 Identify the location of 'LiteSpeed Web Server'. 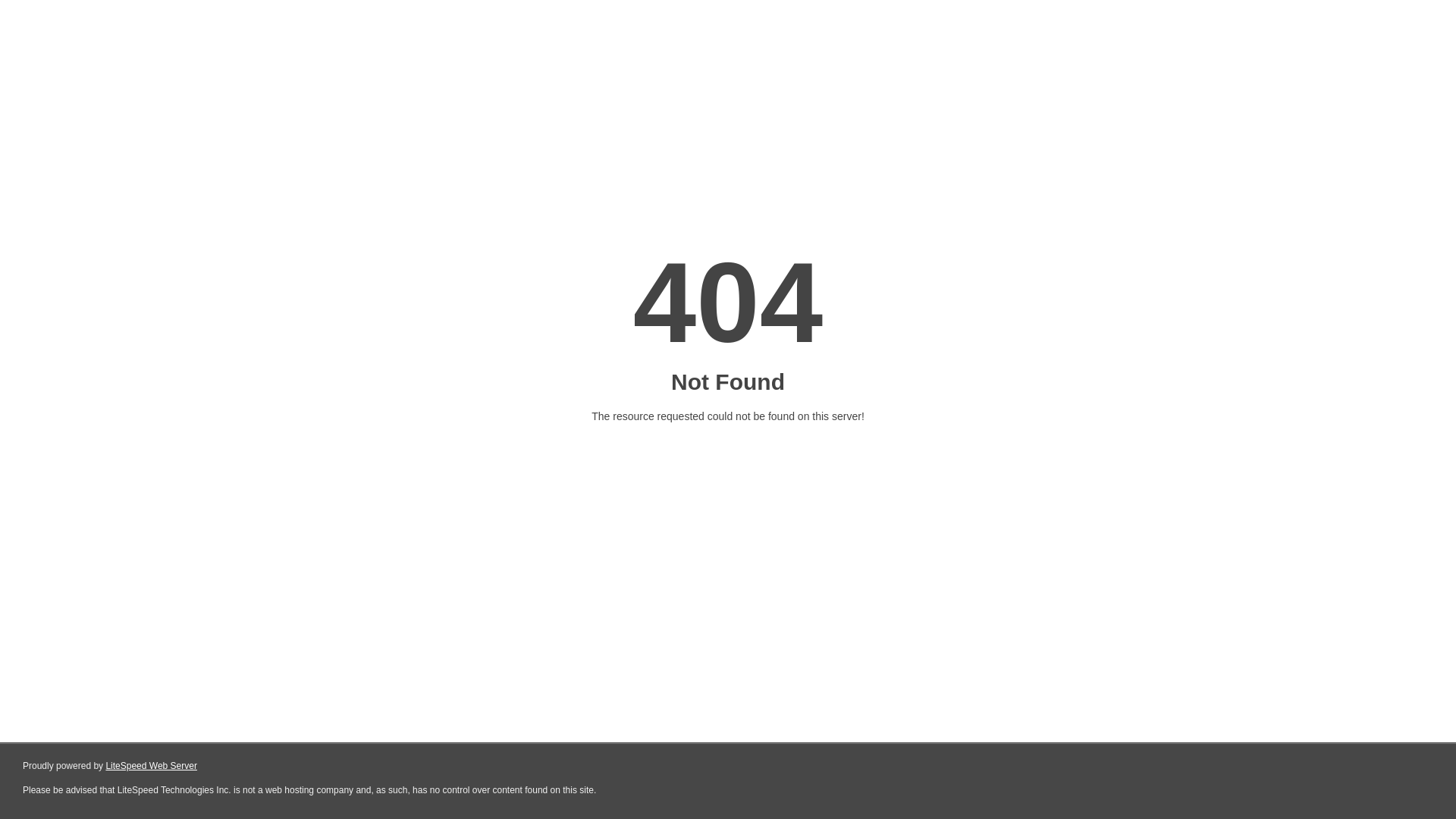
(151, 766).